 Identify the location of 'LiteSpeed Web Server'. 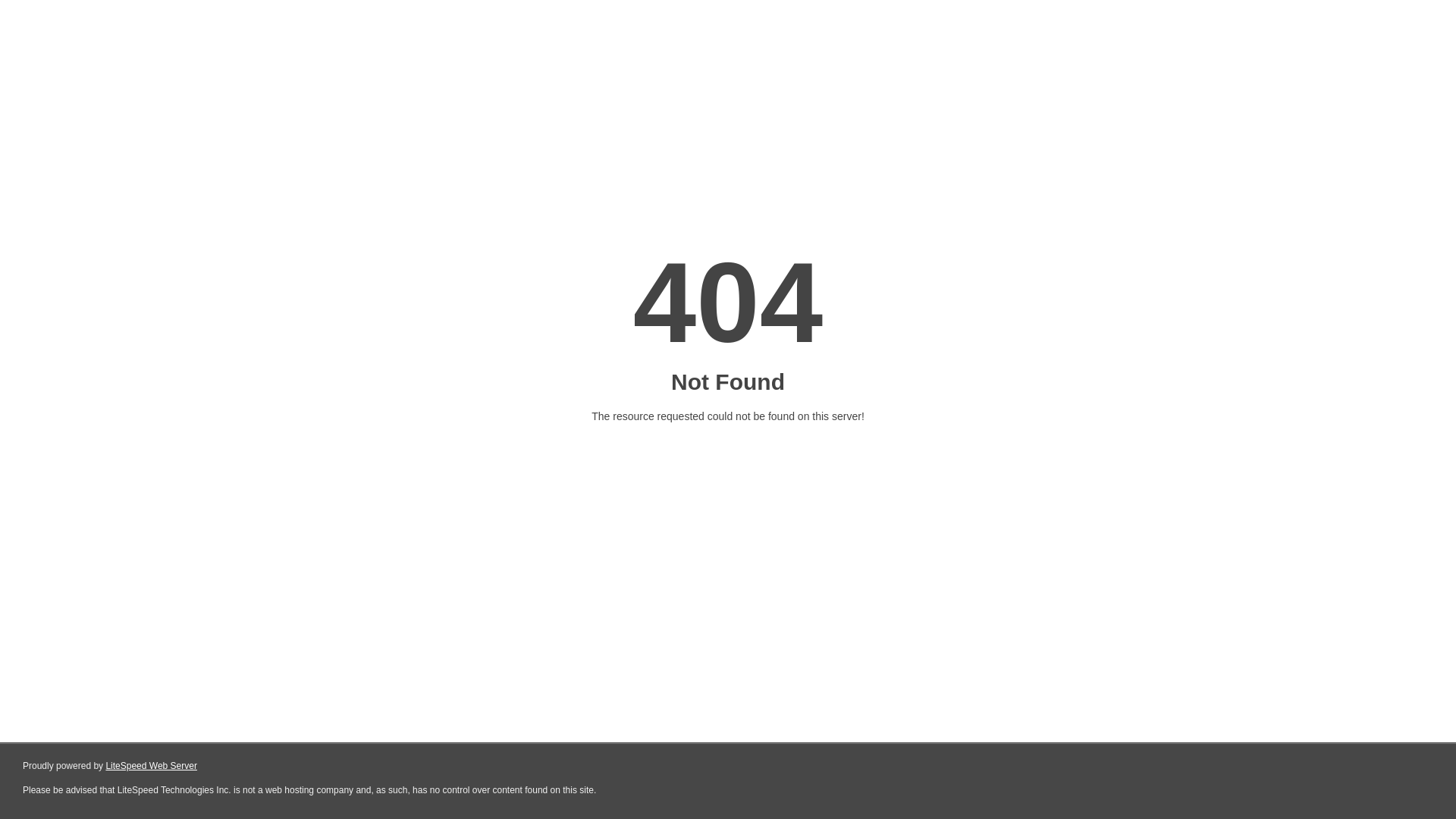
(151, 766).